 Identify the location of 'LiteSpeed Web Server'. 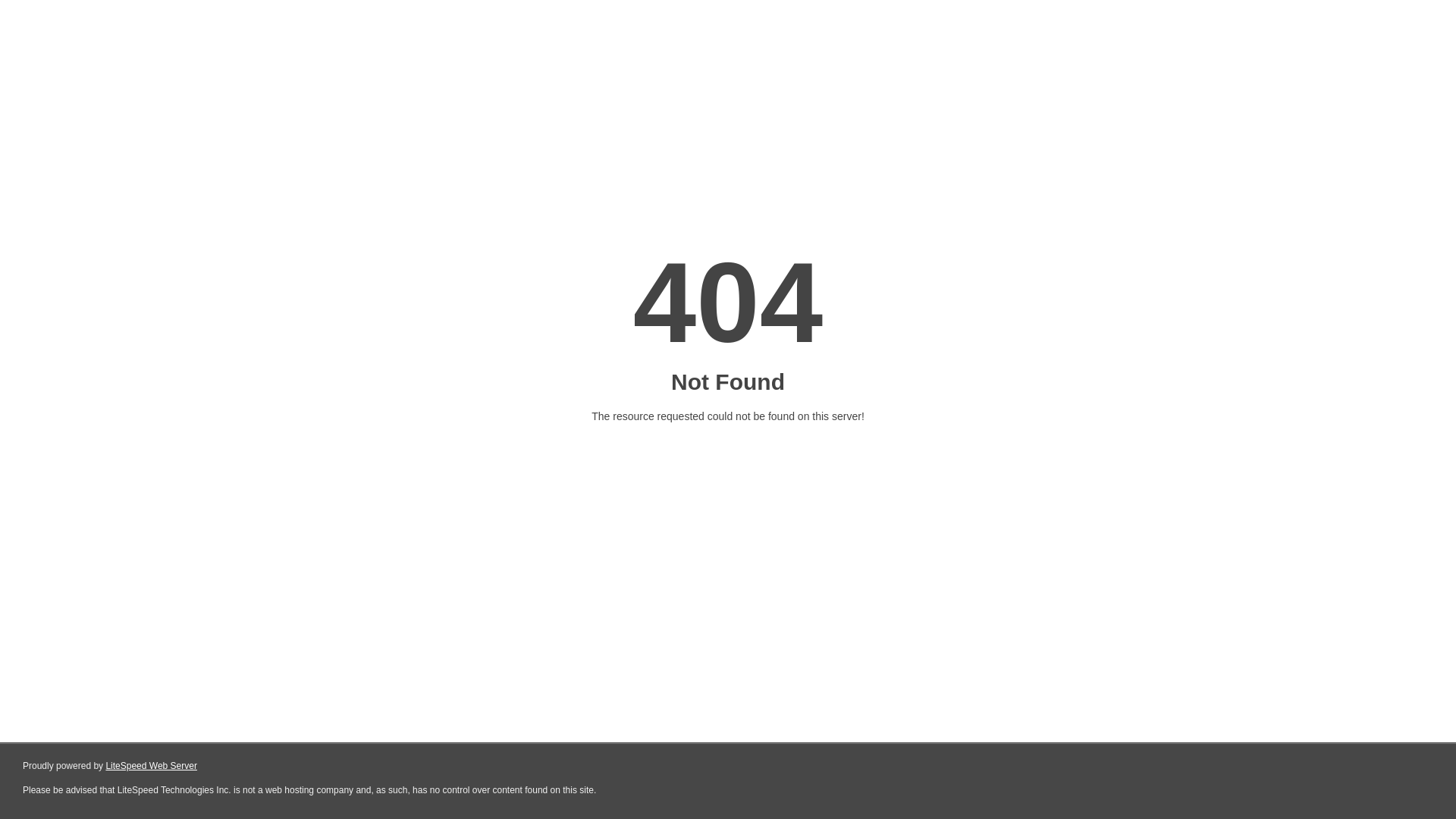
(151, 766).